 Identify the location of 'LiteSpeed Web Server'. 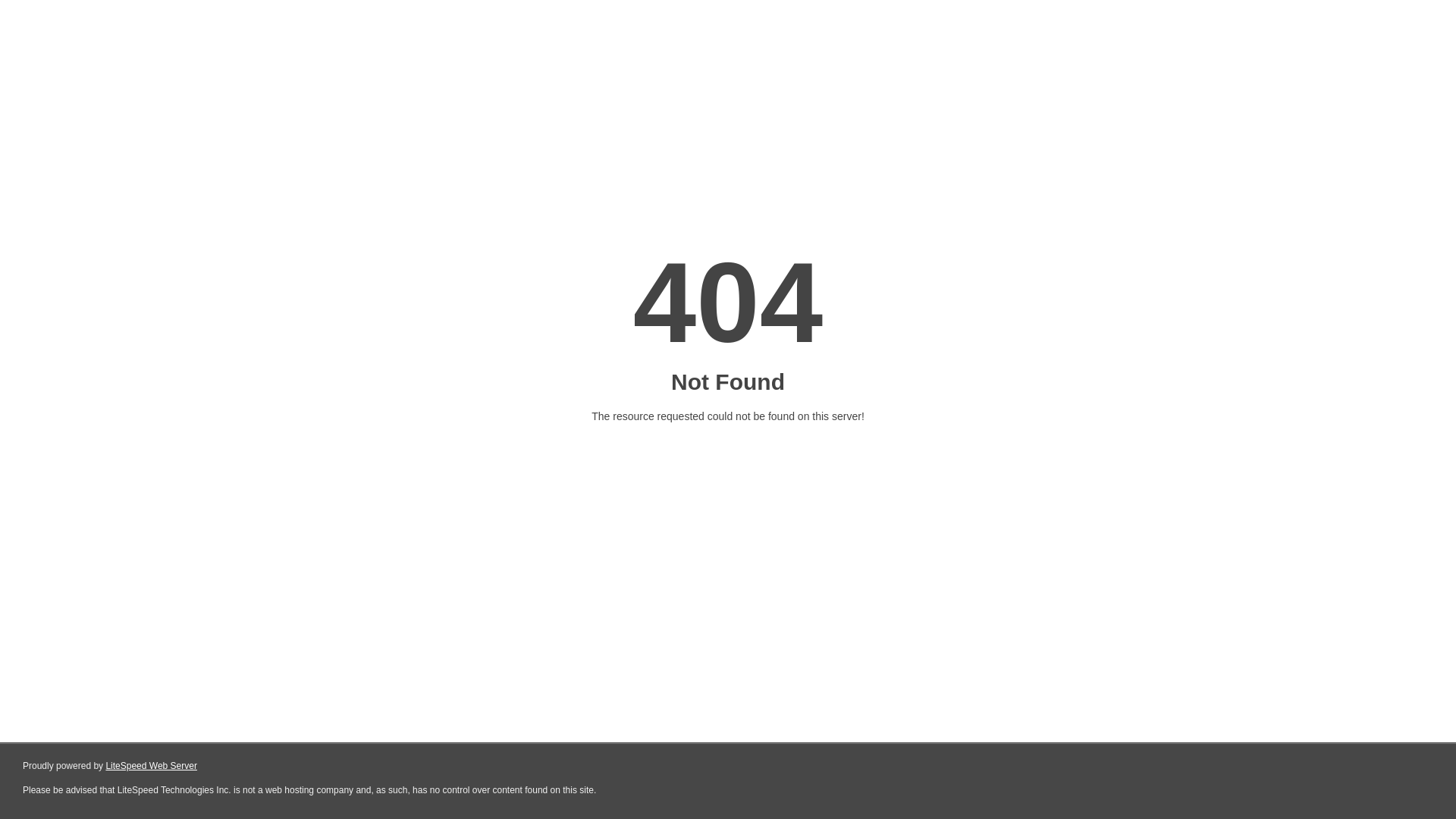
(151, 766).